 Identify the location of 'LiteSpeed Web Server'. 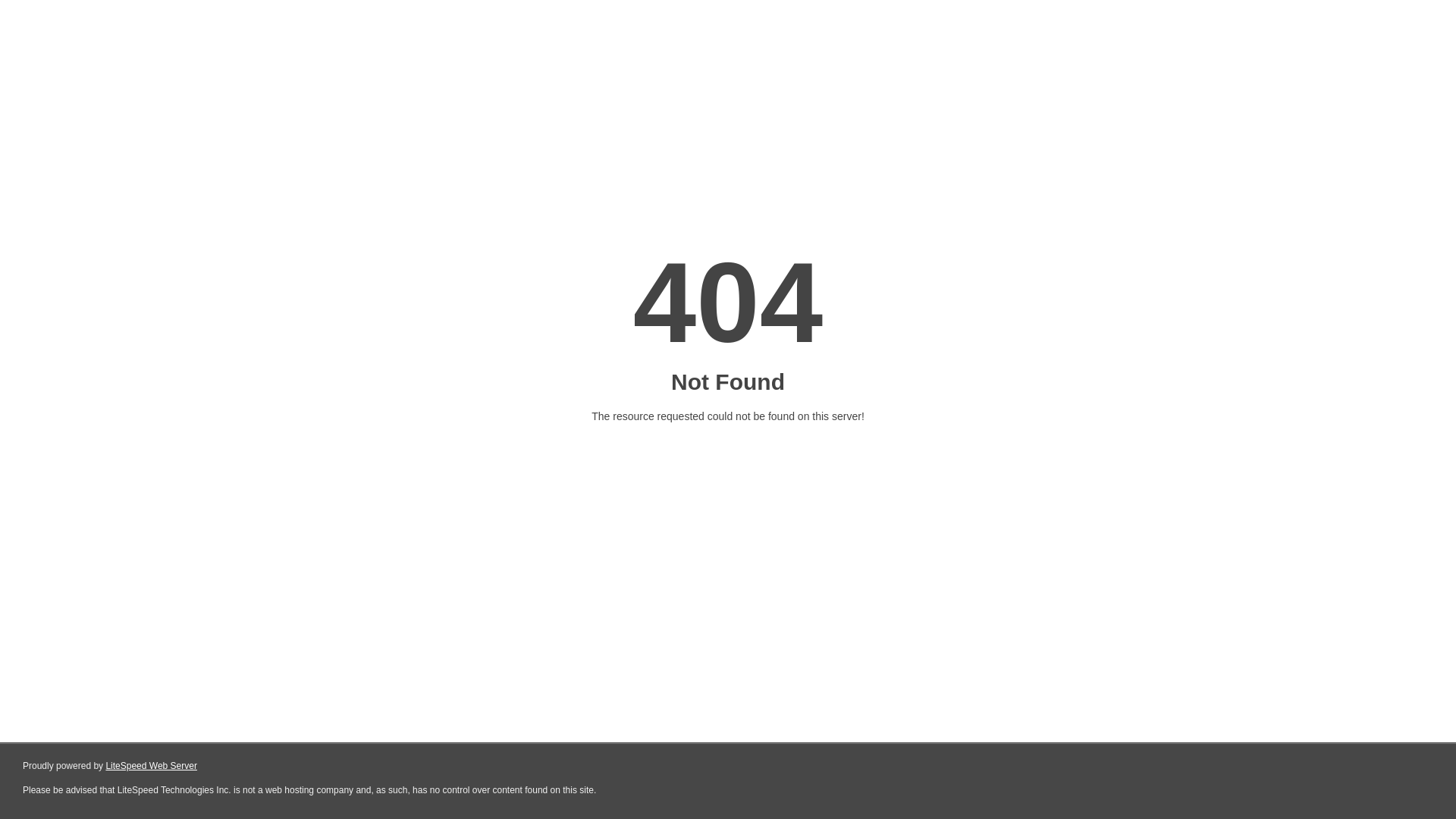
(151, 766).